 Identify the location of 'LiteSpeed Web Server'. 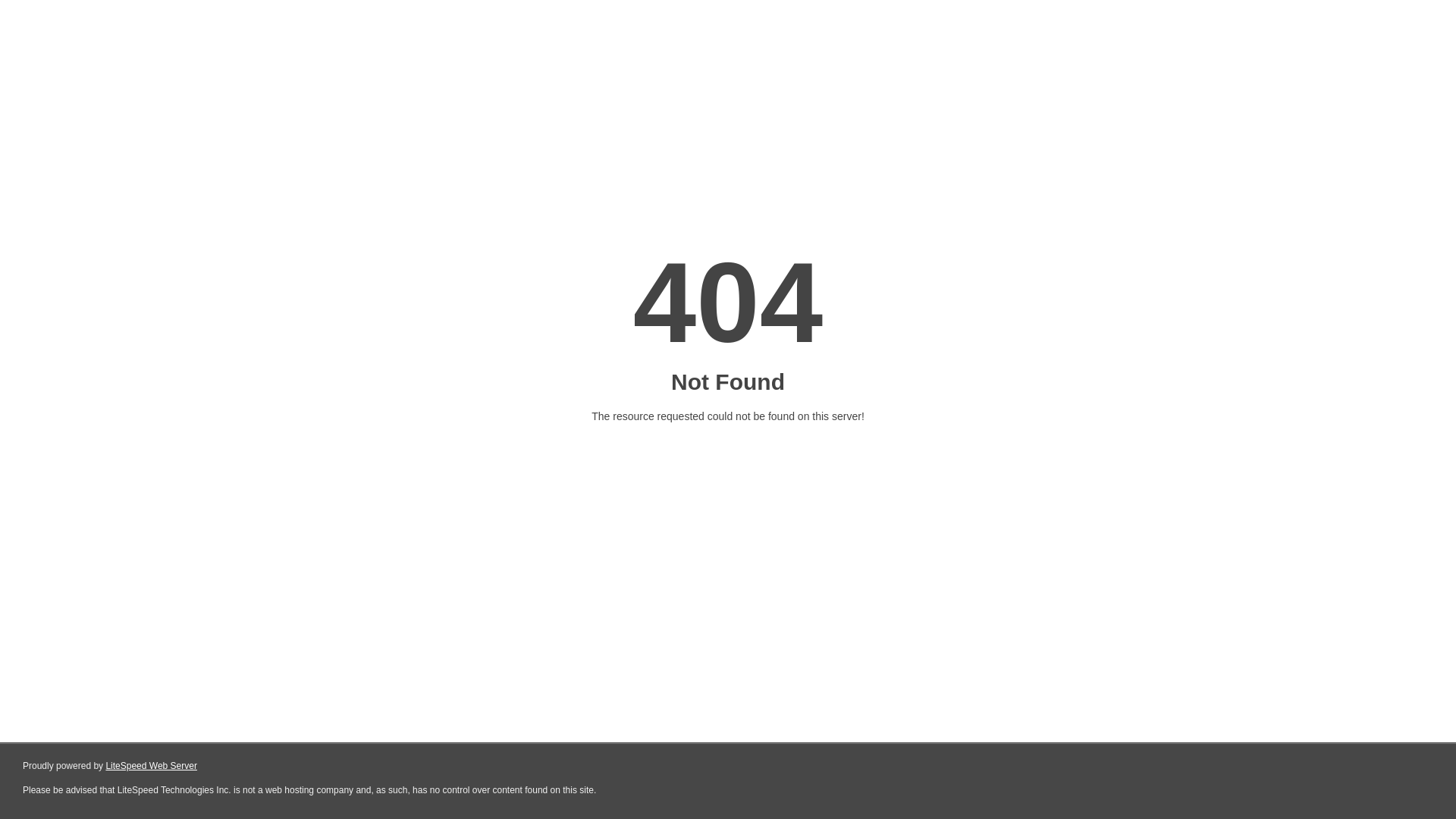
(151, 766).